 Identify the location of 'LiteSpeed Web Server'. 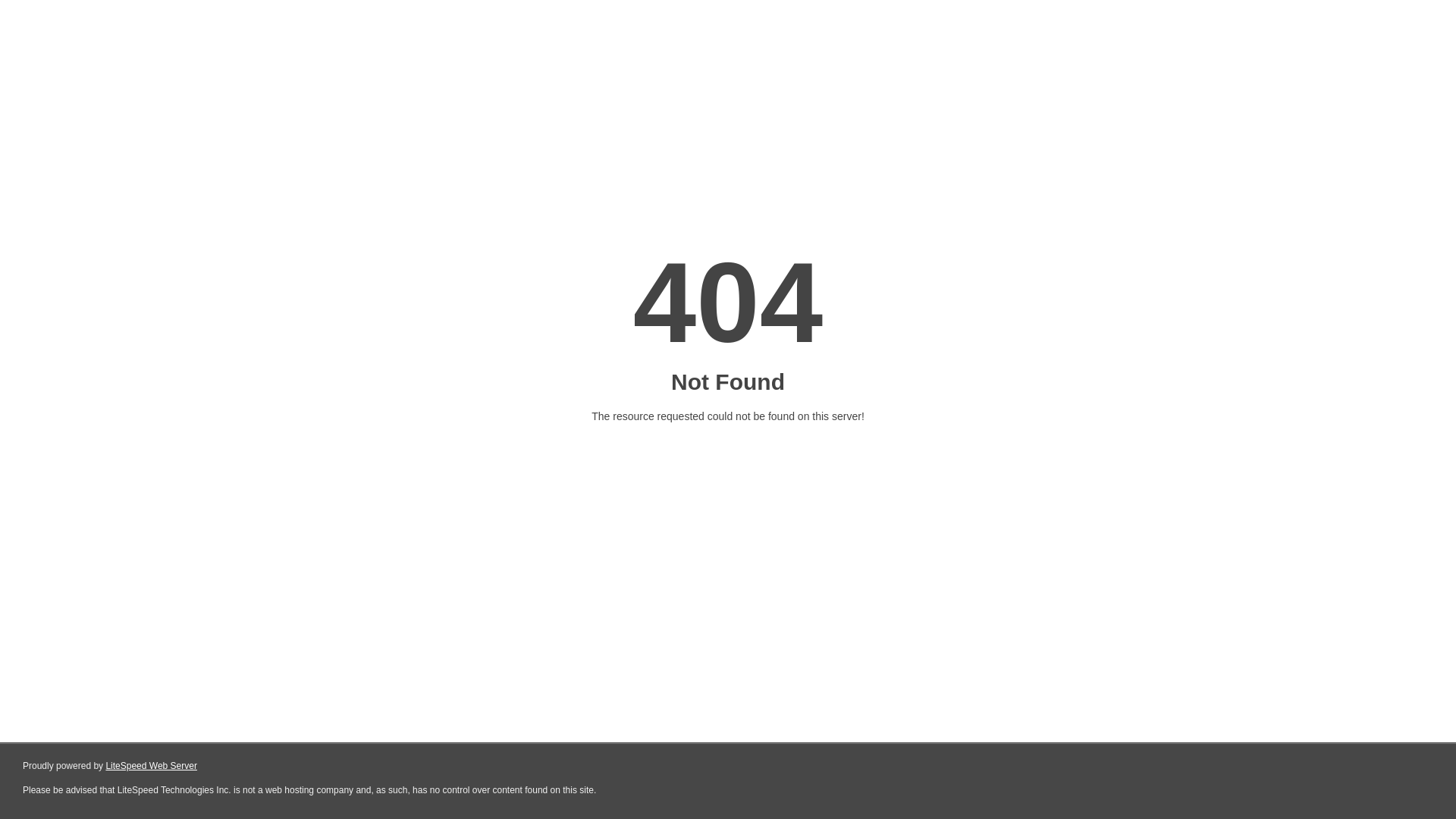
(151, 766).